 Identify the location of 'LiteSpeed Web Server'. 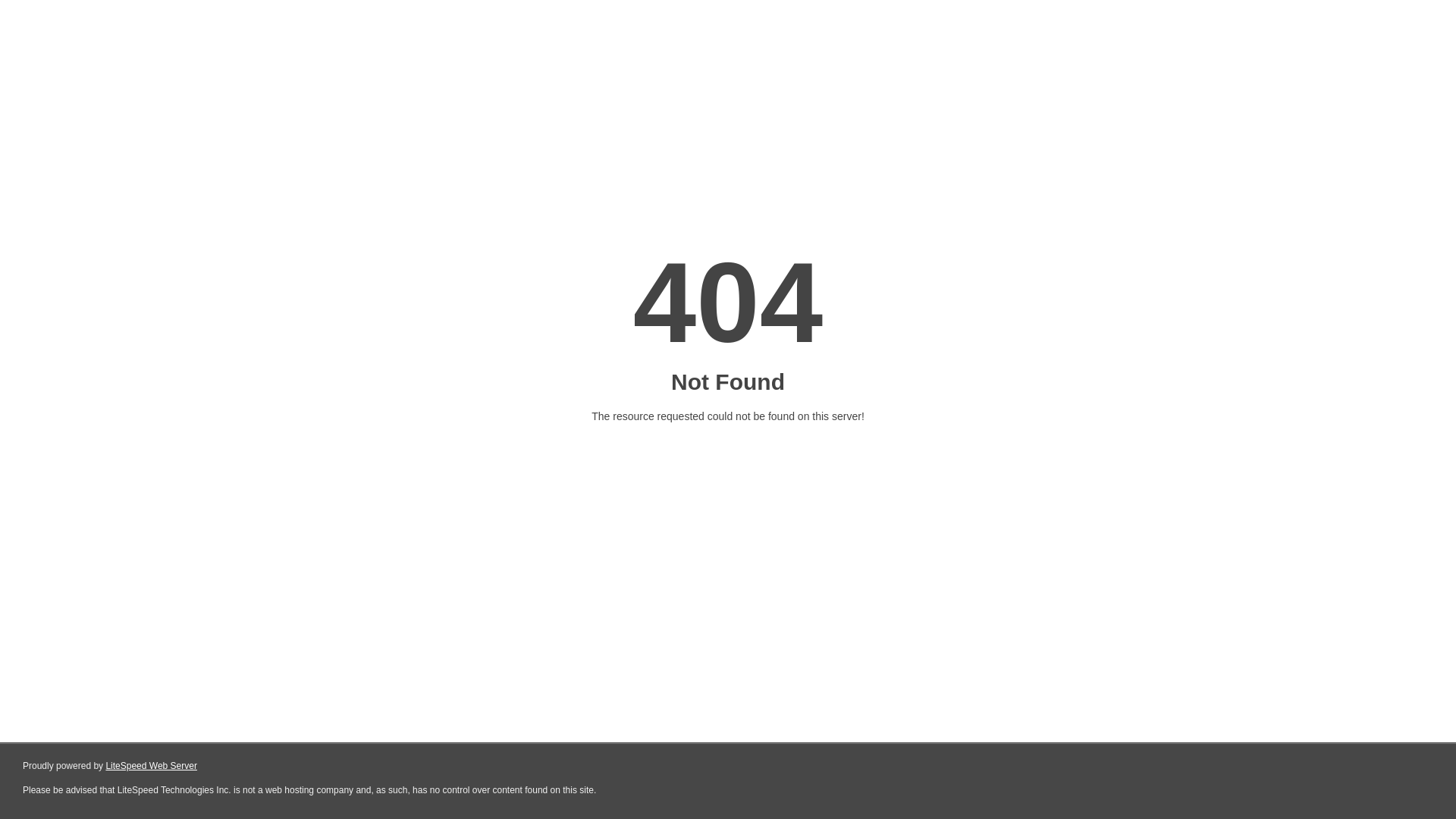
(151, 766).